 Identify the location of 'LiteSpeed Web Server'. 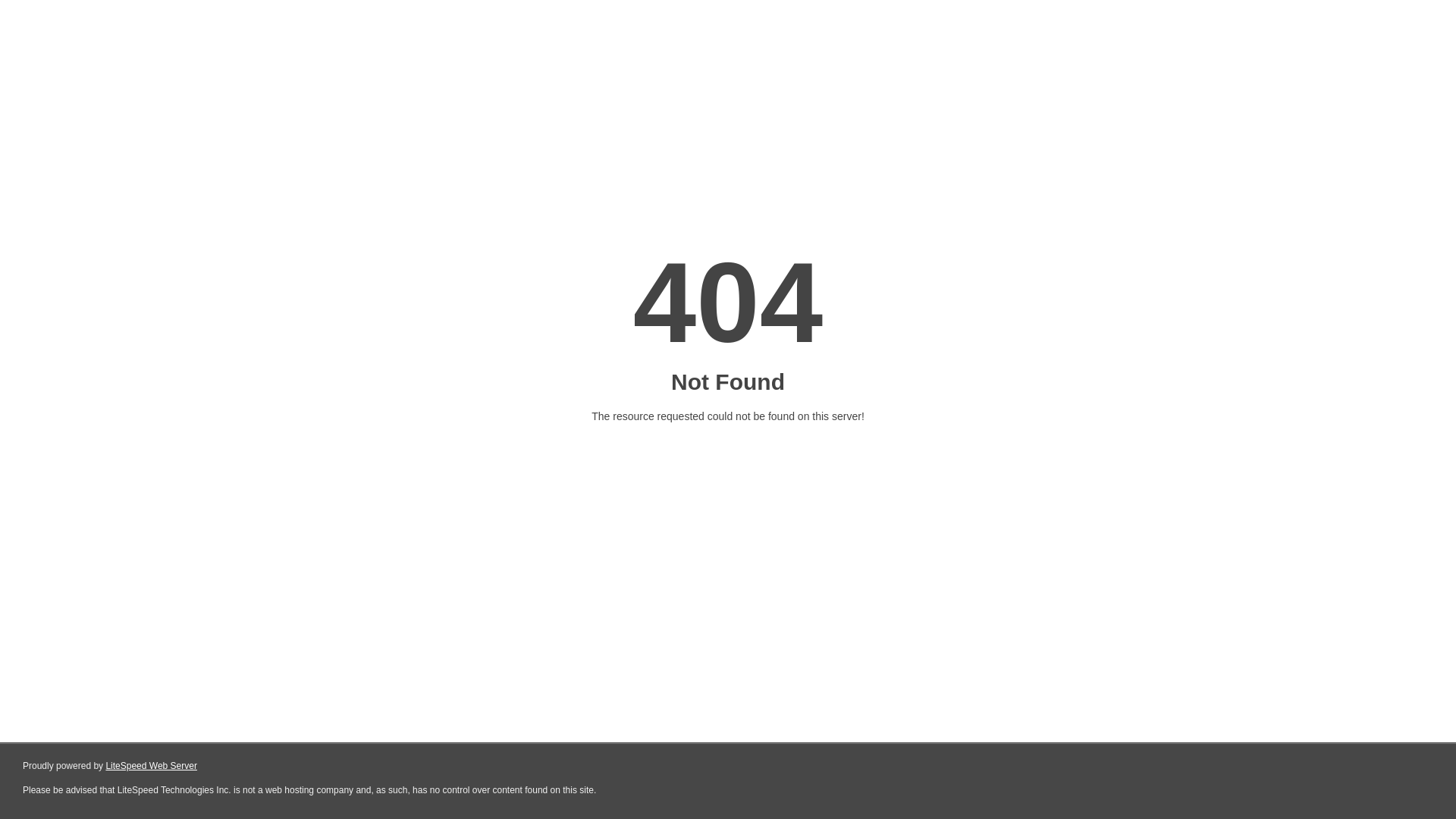
(151, 766).